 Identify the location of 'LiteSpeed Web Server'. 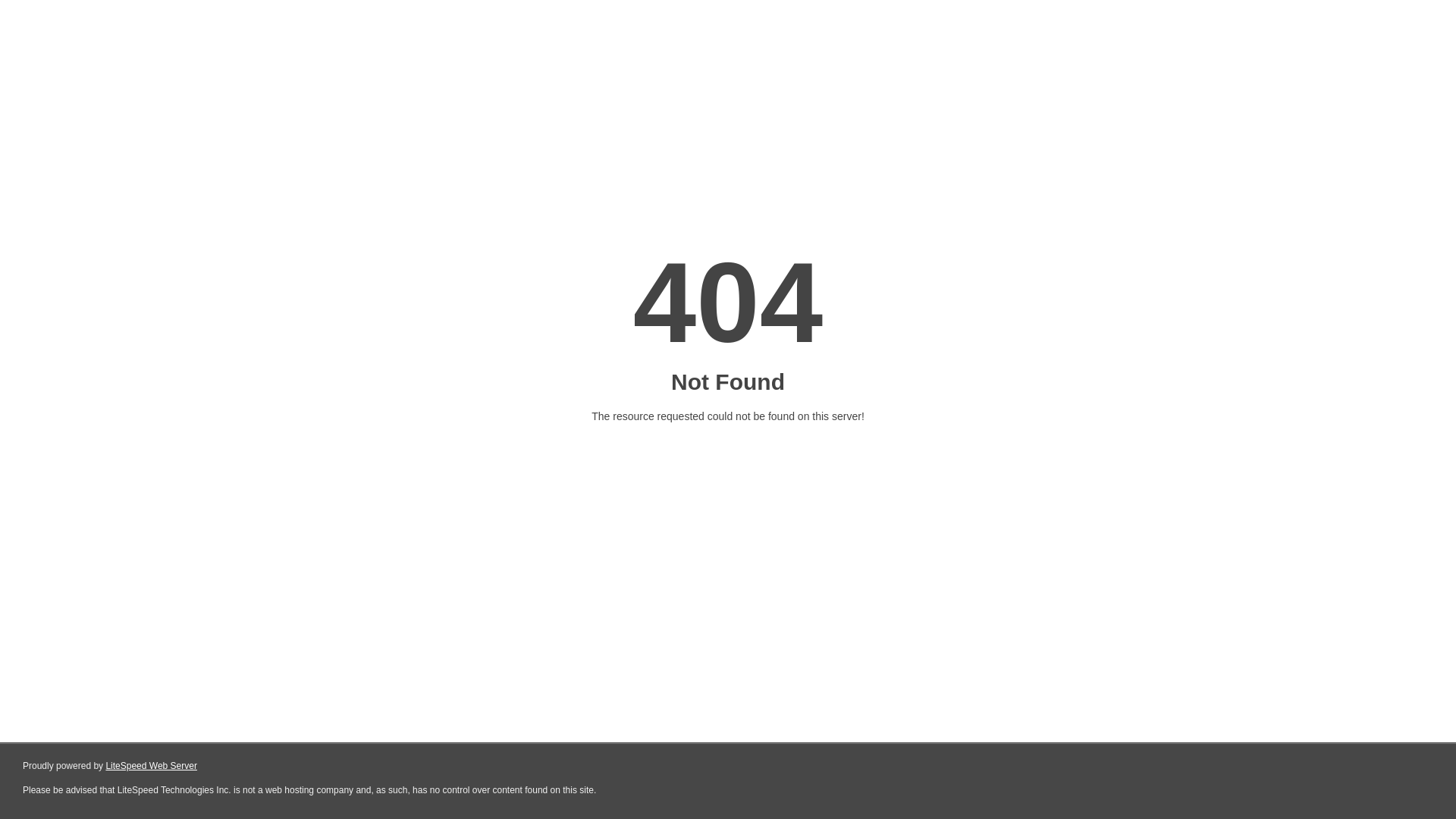
(151, 766).